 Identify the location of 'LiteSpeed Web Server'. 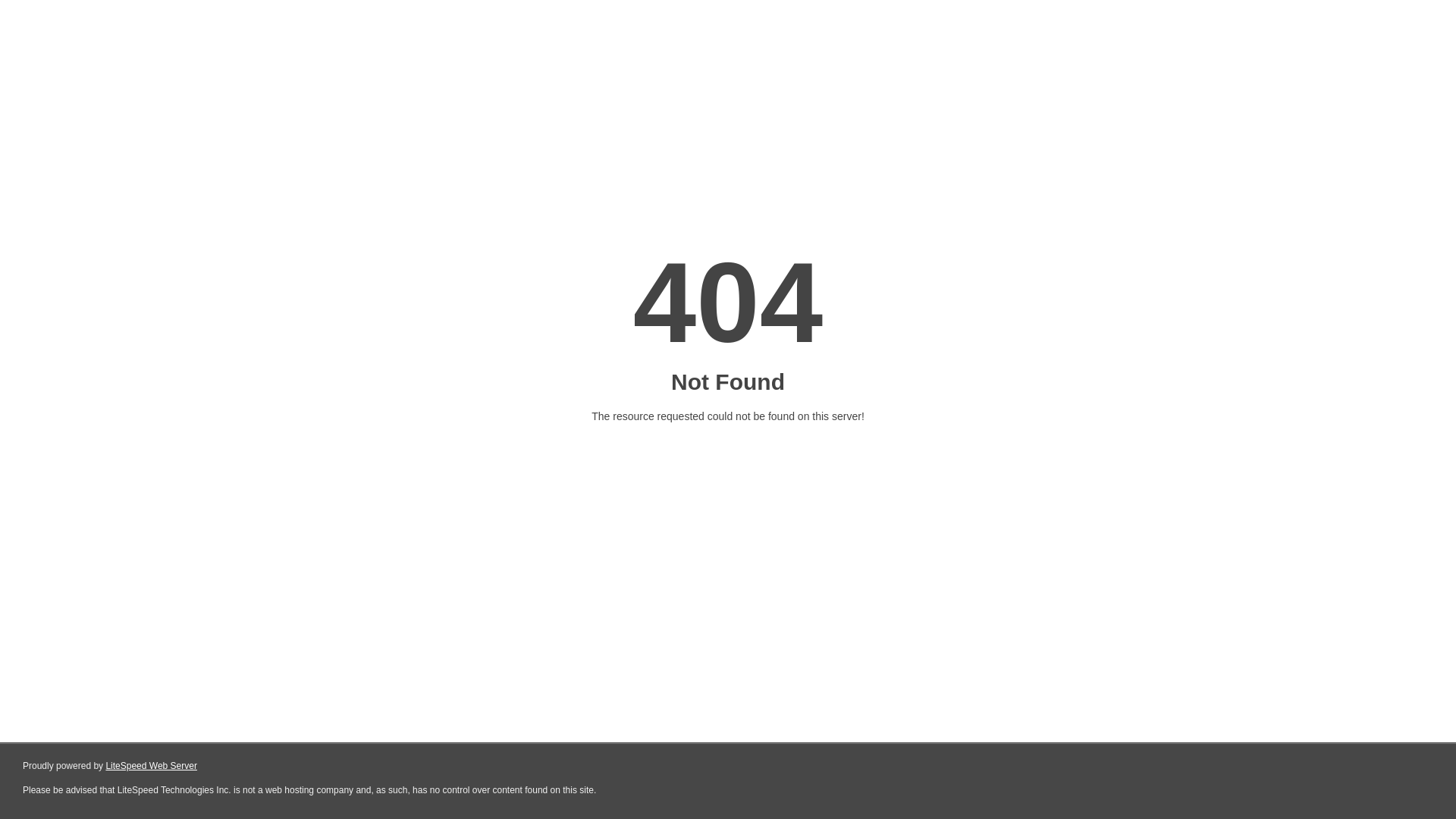
(151, 766).